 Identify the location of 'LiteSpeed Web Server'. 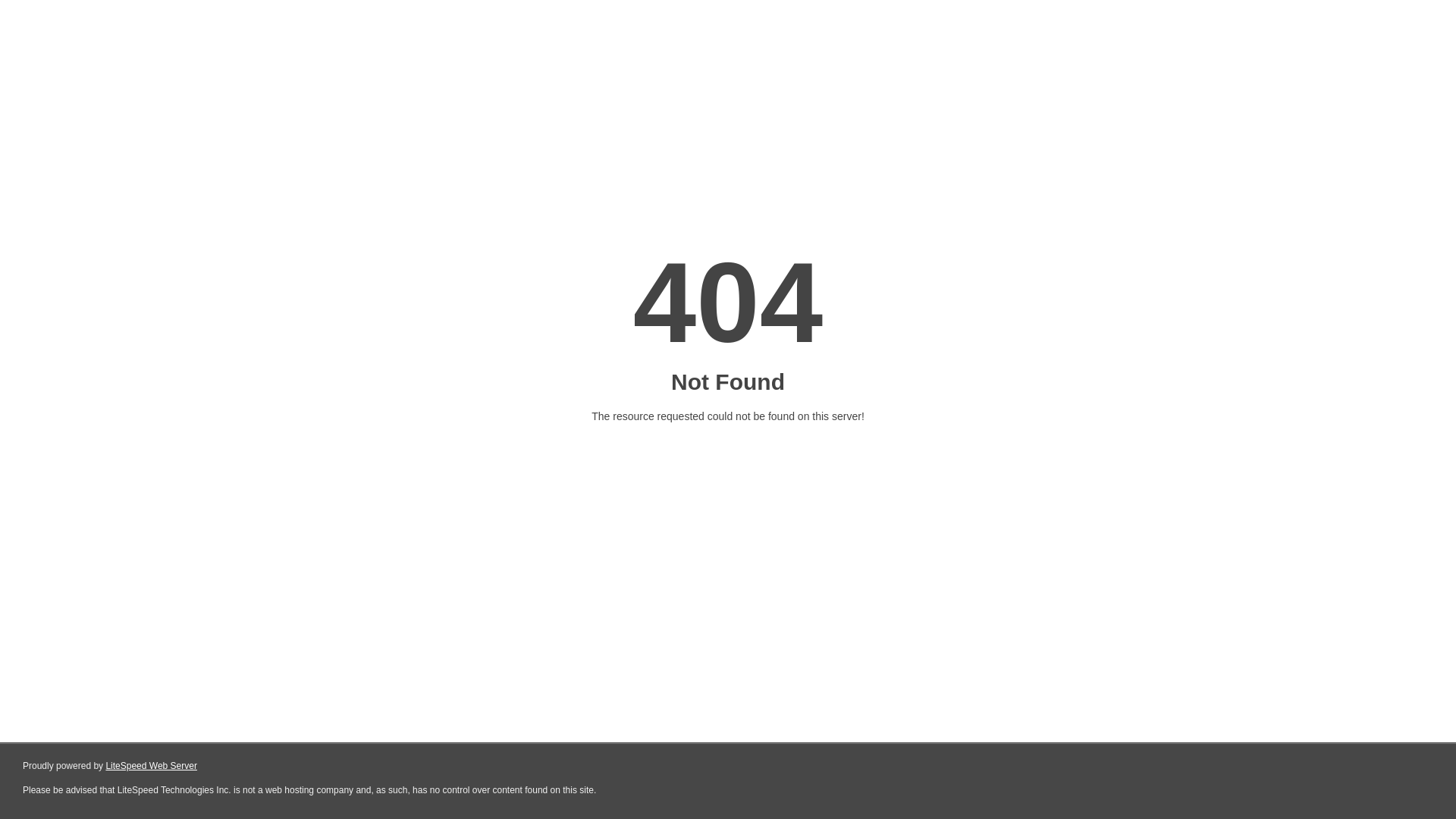
(151, 766).